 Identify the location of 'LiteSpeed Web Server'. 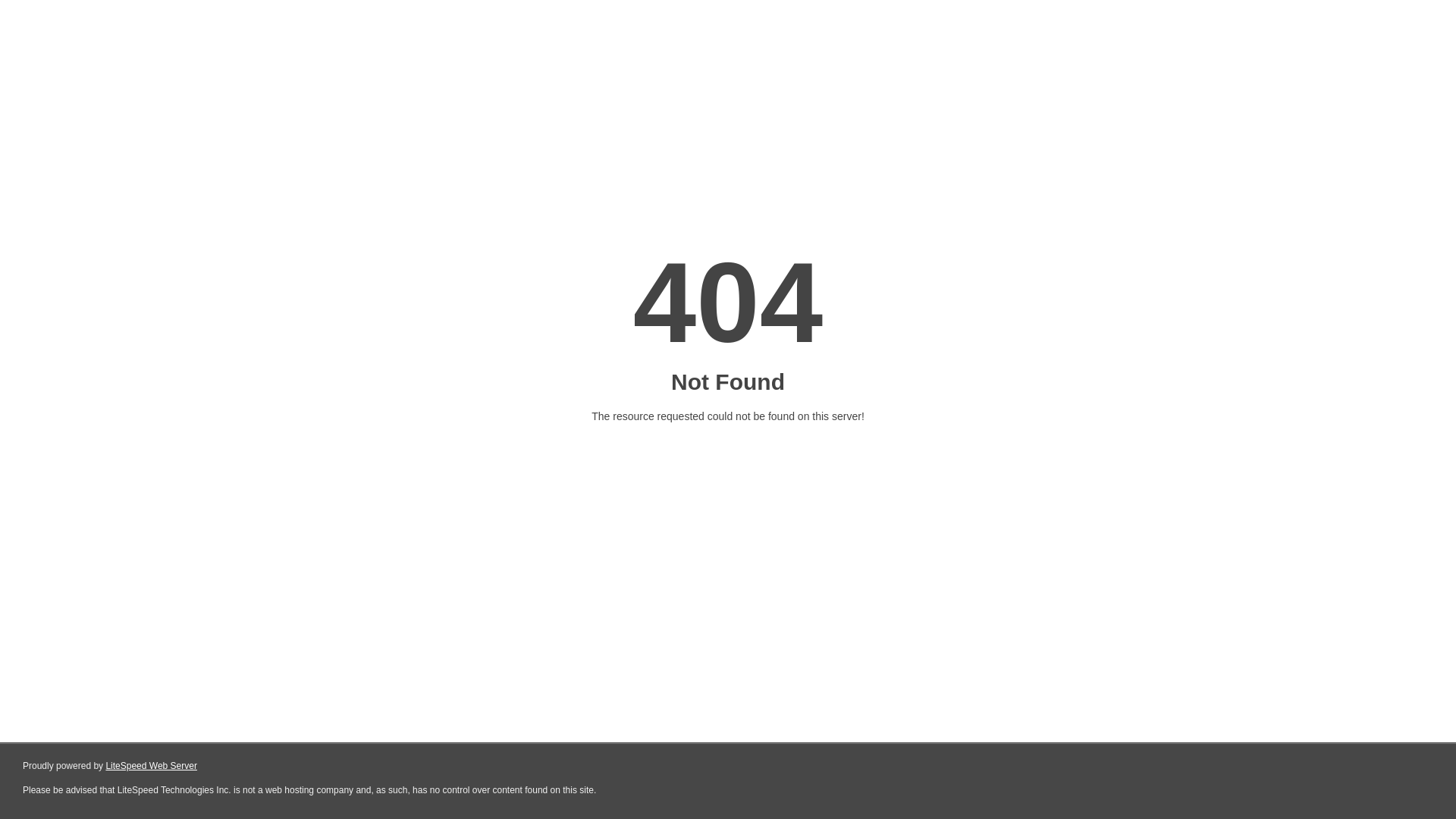
(151, 766).